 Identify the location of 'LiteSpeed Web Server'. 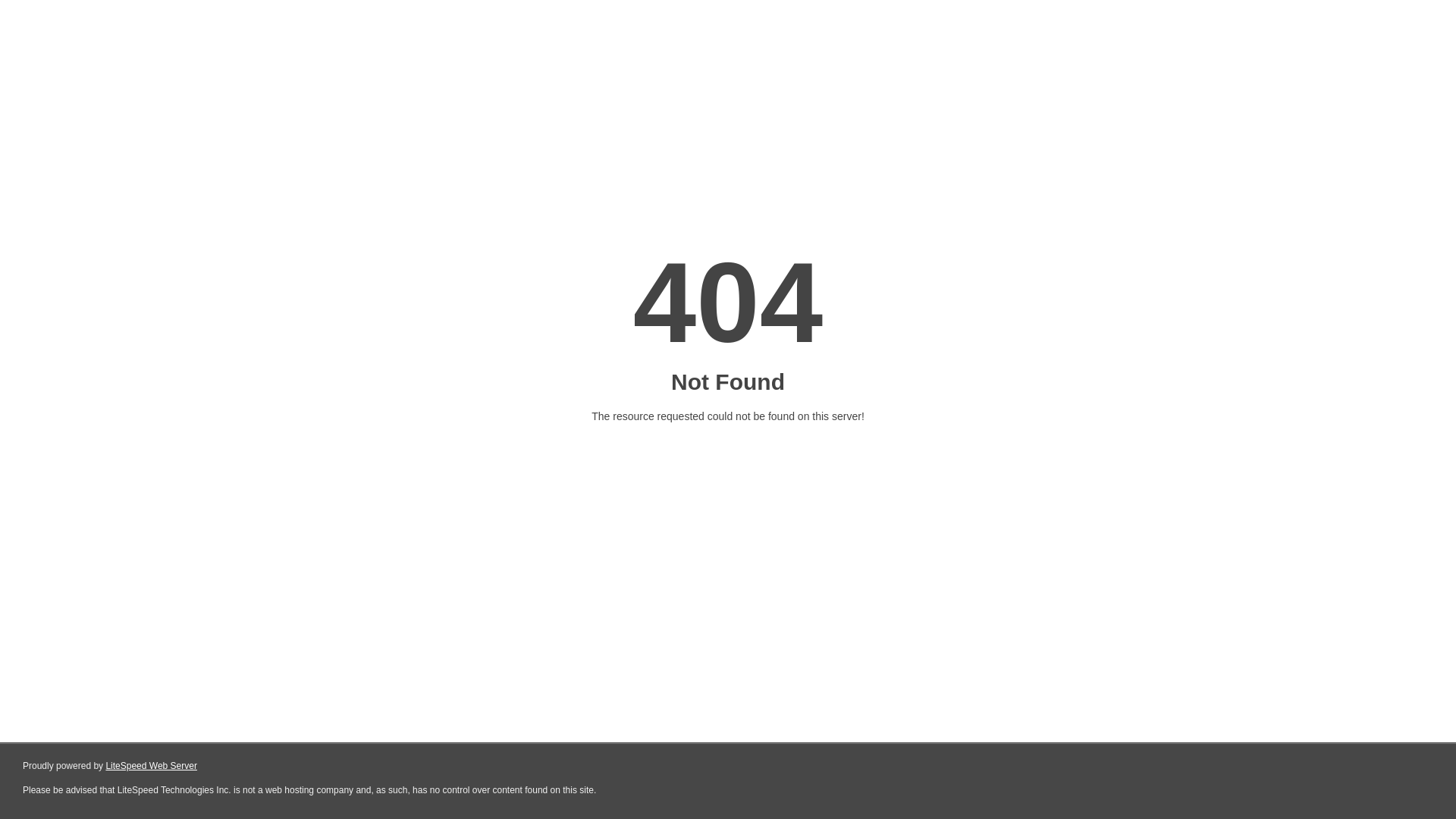
(151, 766).